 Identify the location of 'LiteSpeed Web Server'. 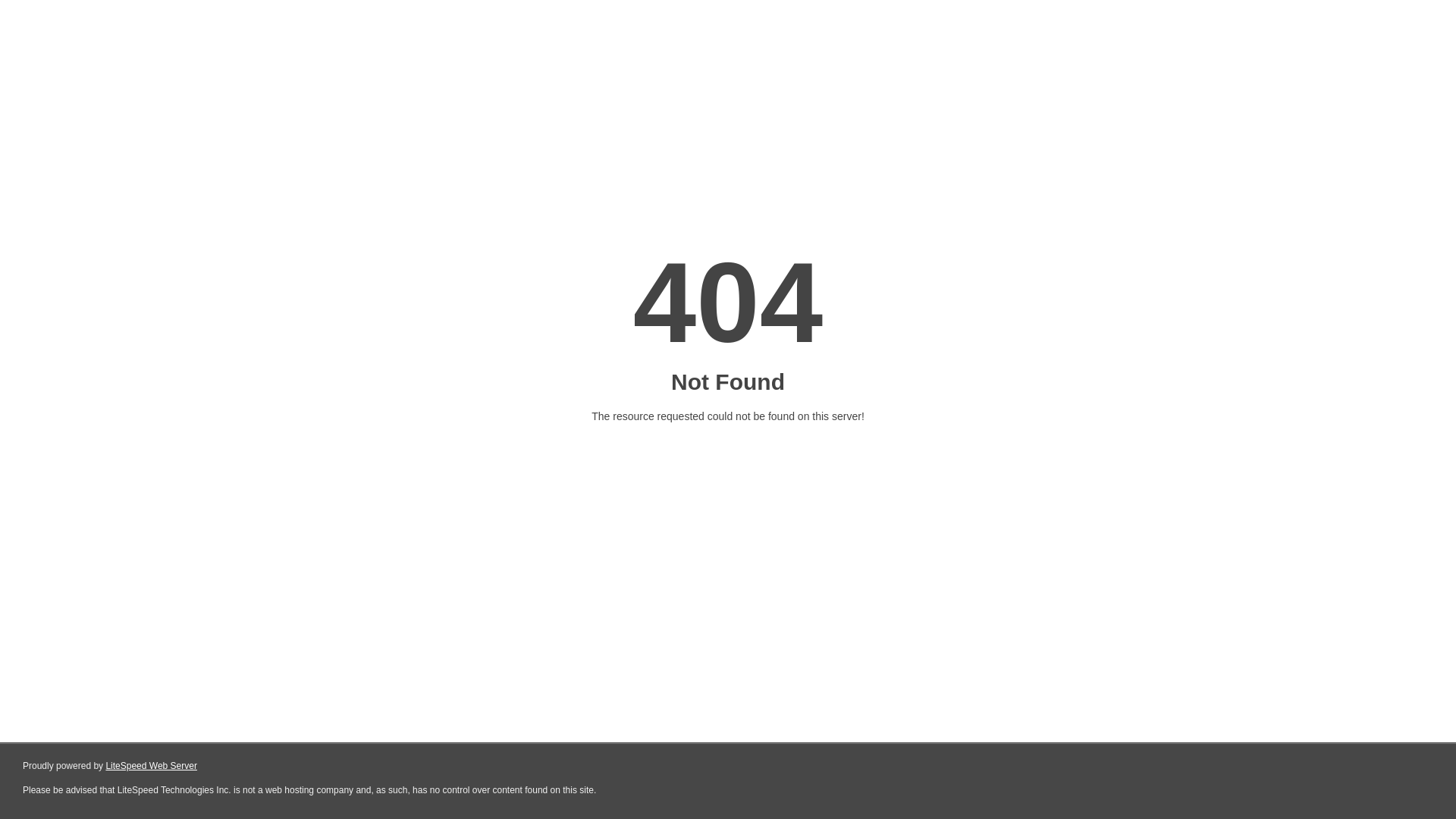
(151, 766).